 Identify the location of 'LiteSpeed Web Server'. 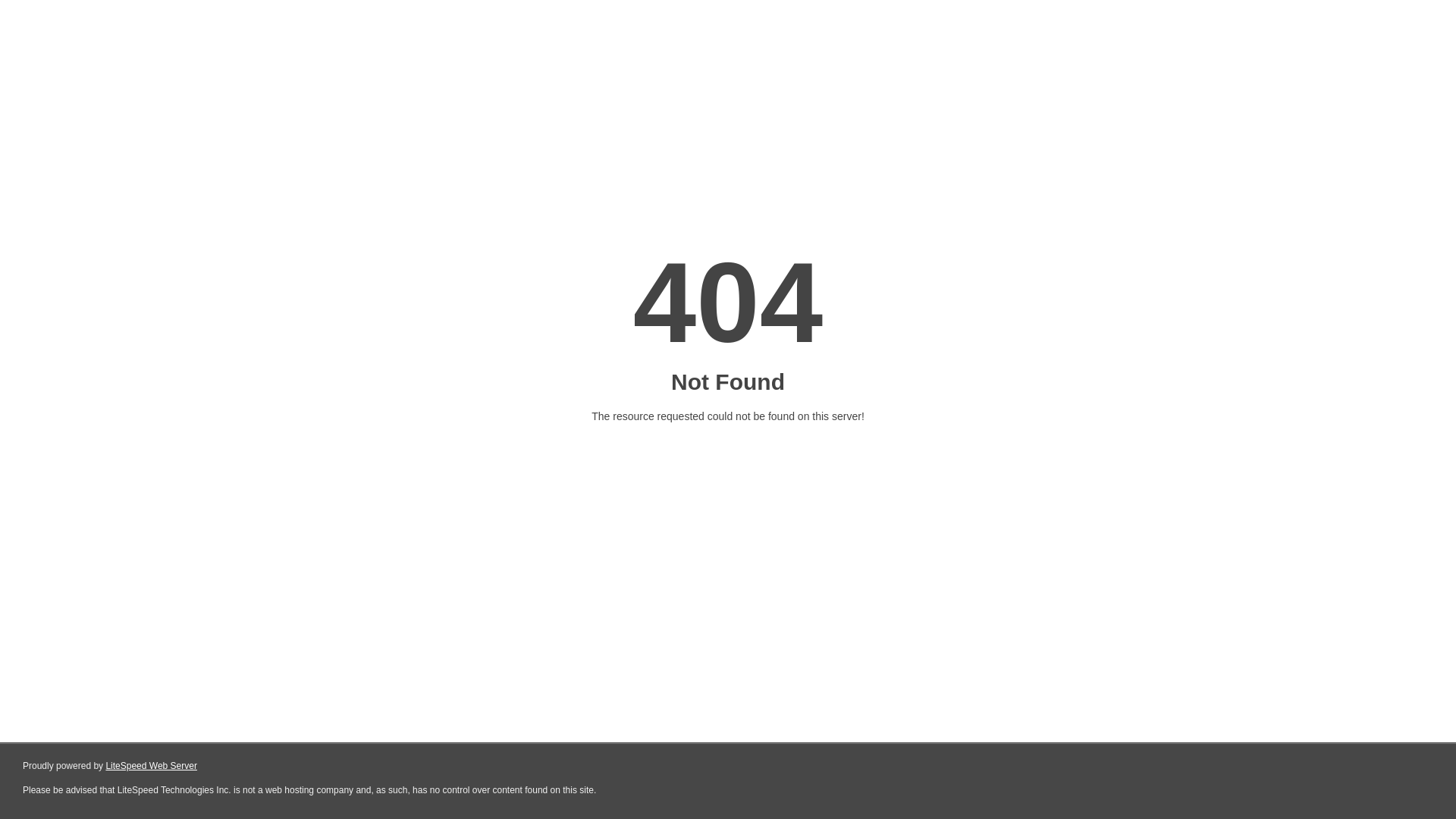
(151, 766).